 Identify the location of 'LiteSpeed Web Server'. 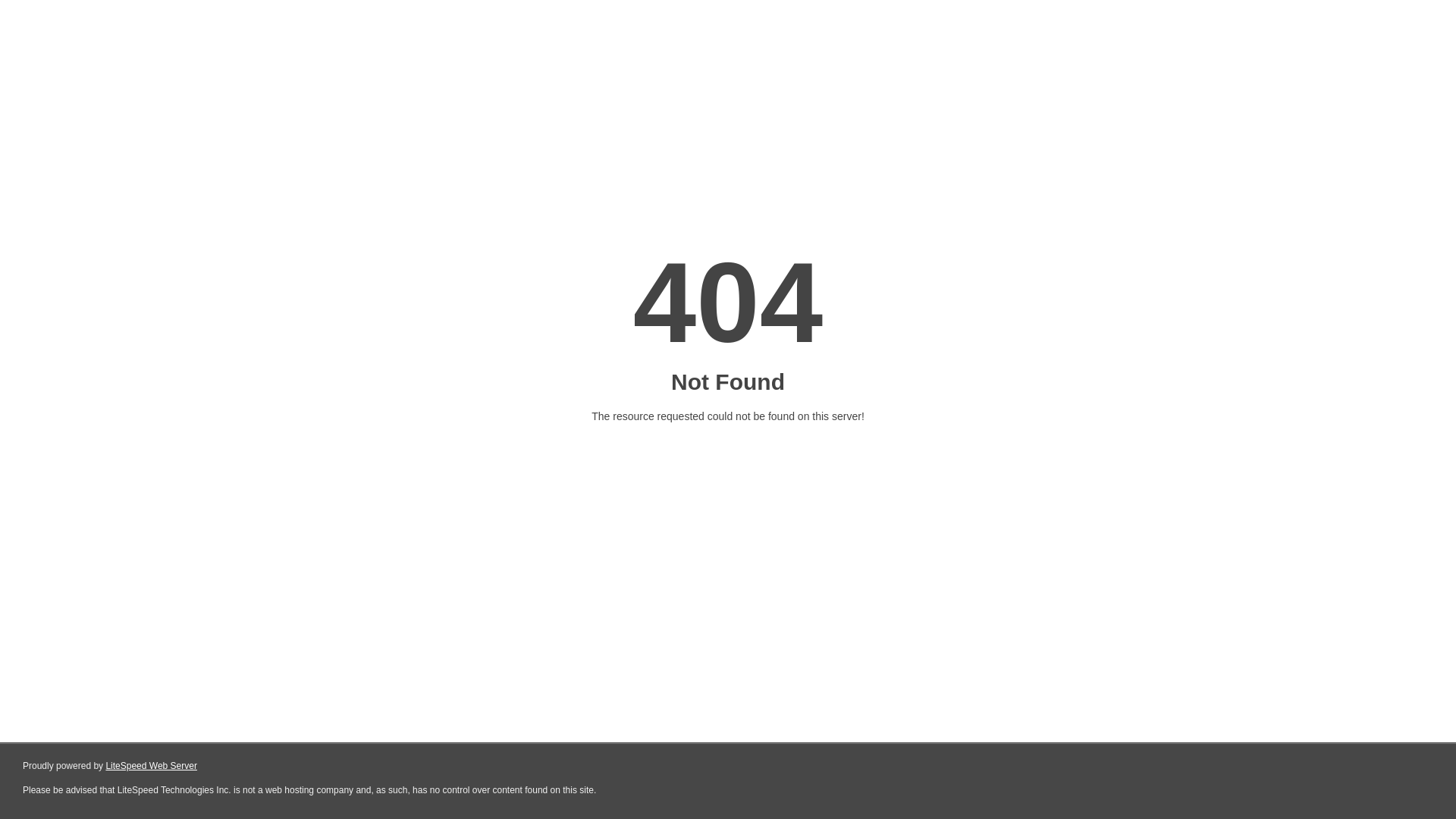
(151, 766).